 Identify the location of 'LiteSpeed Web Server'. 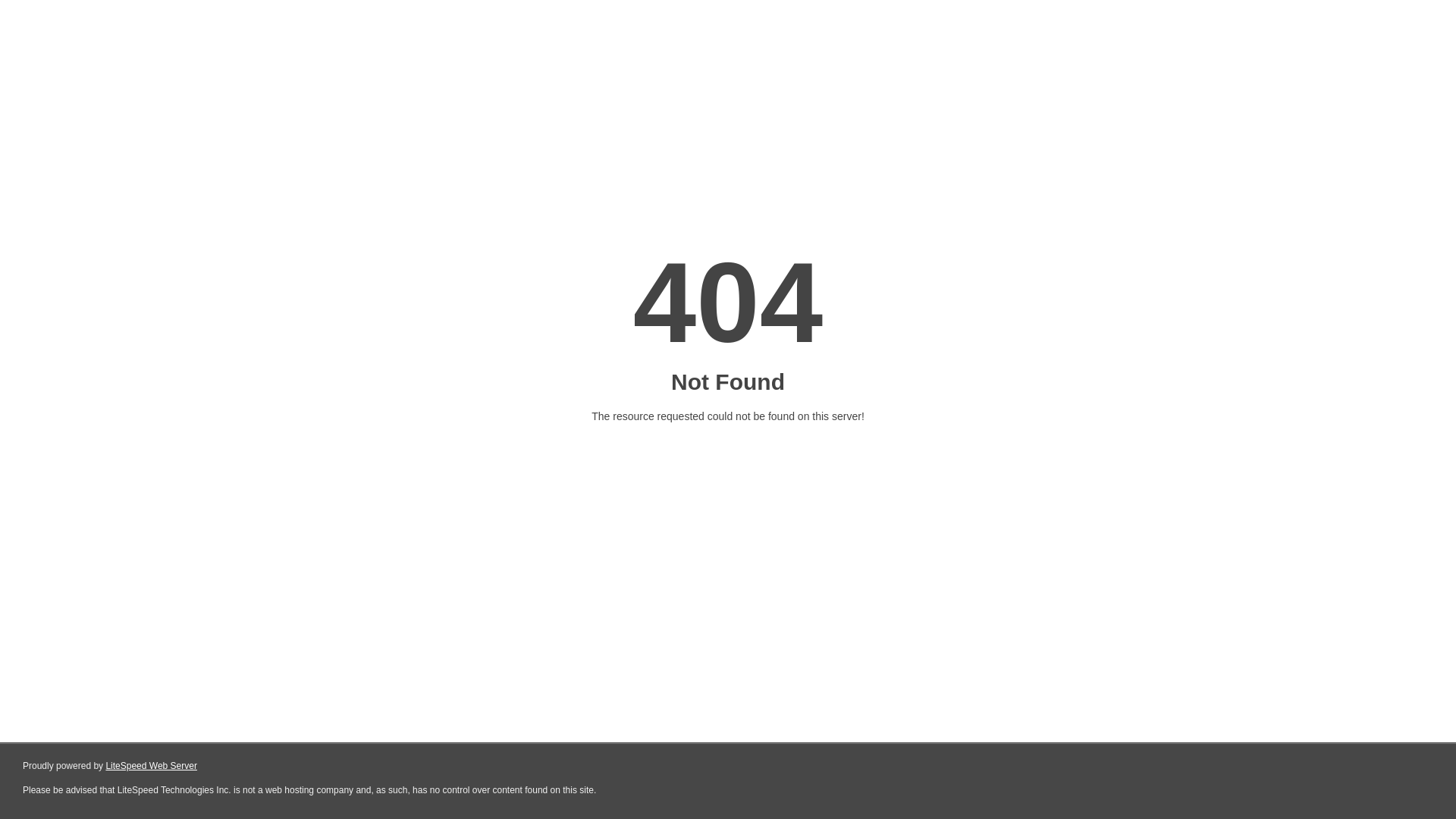
(151, 766).